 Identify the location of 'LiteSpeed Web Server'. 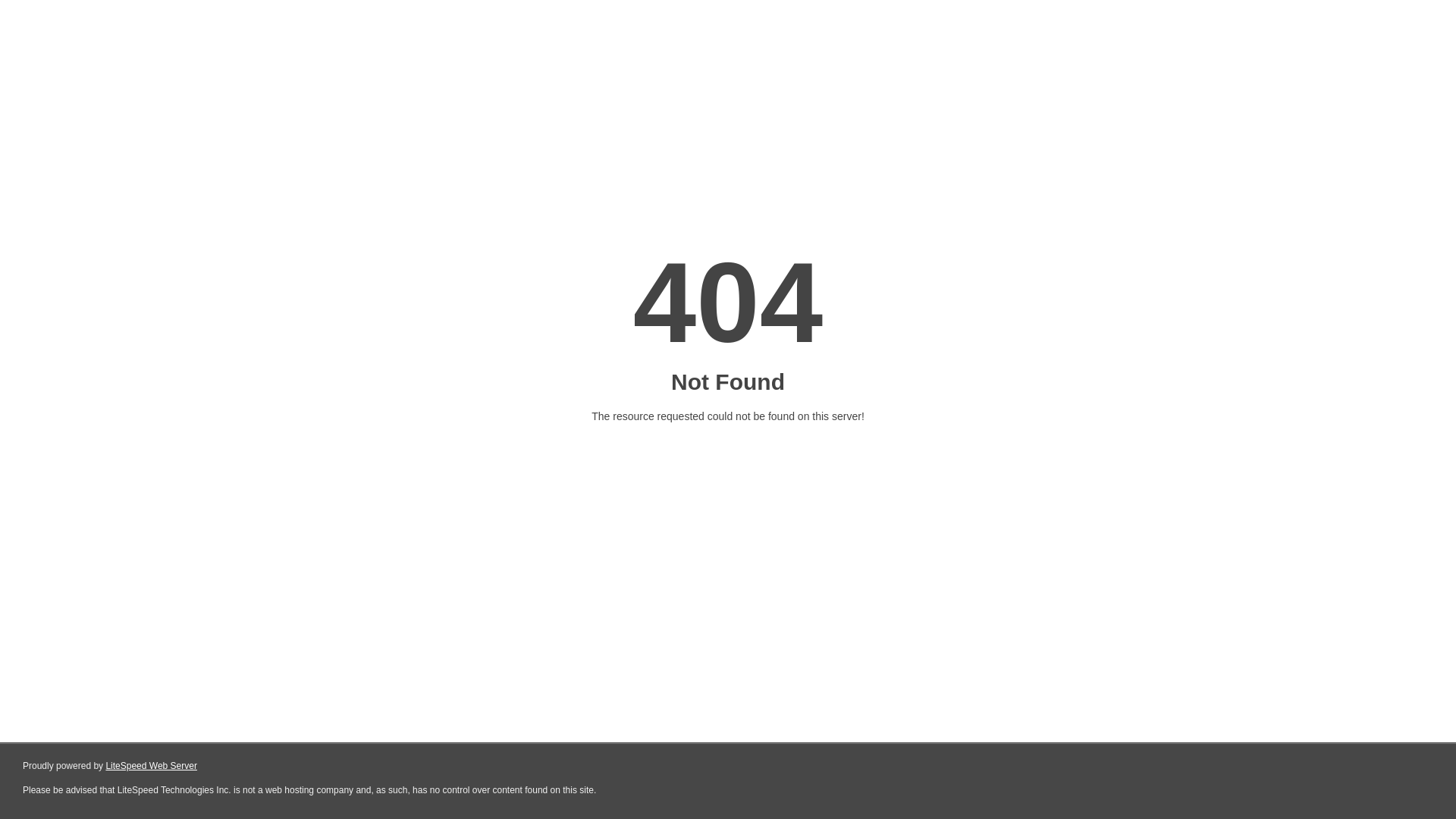
(151, 766).